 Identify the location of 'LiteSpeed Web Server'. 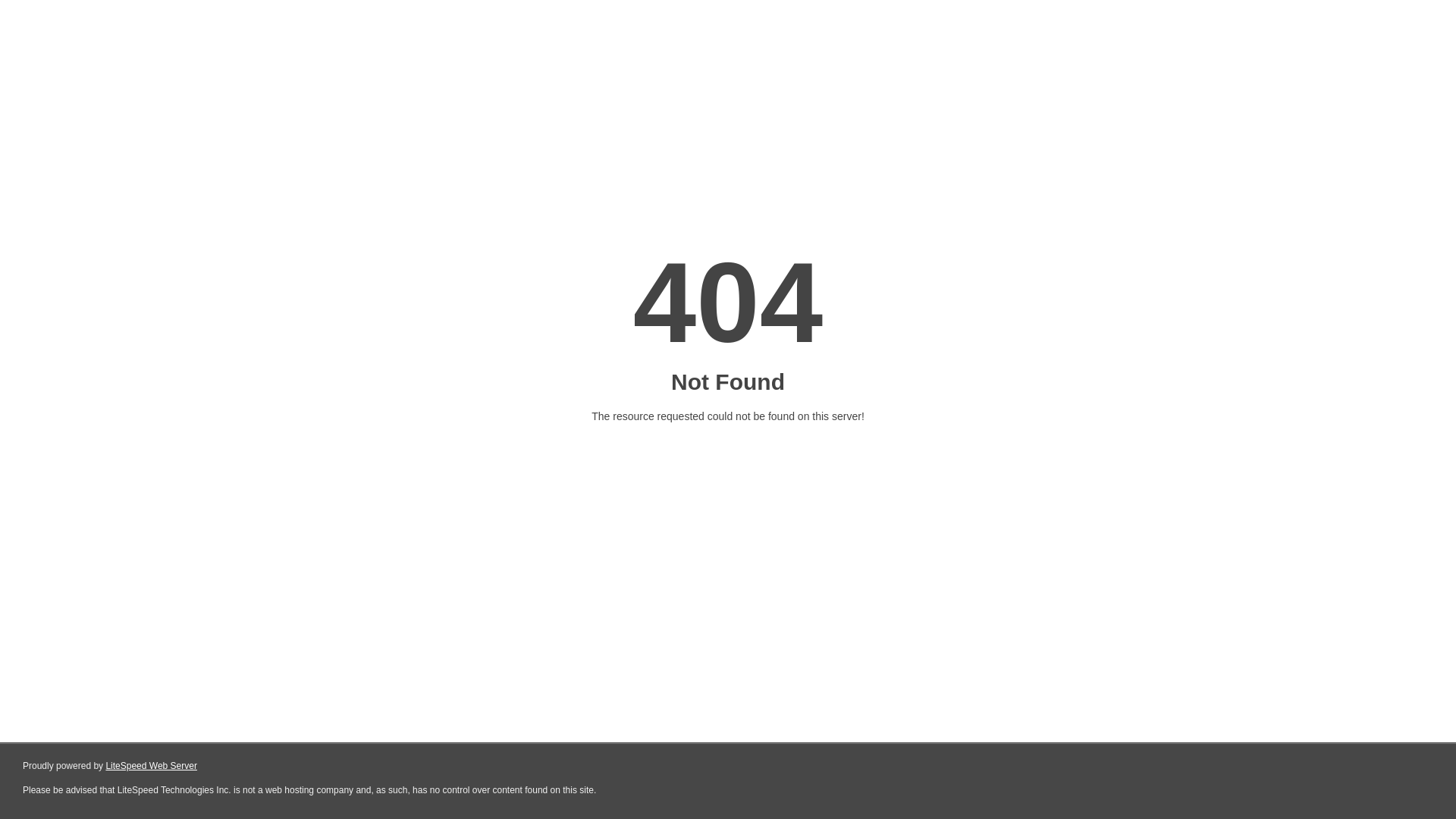
(151, 766).